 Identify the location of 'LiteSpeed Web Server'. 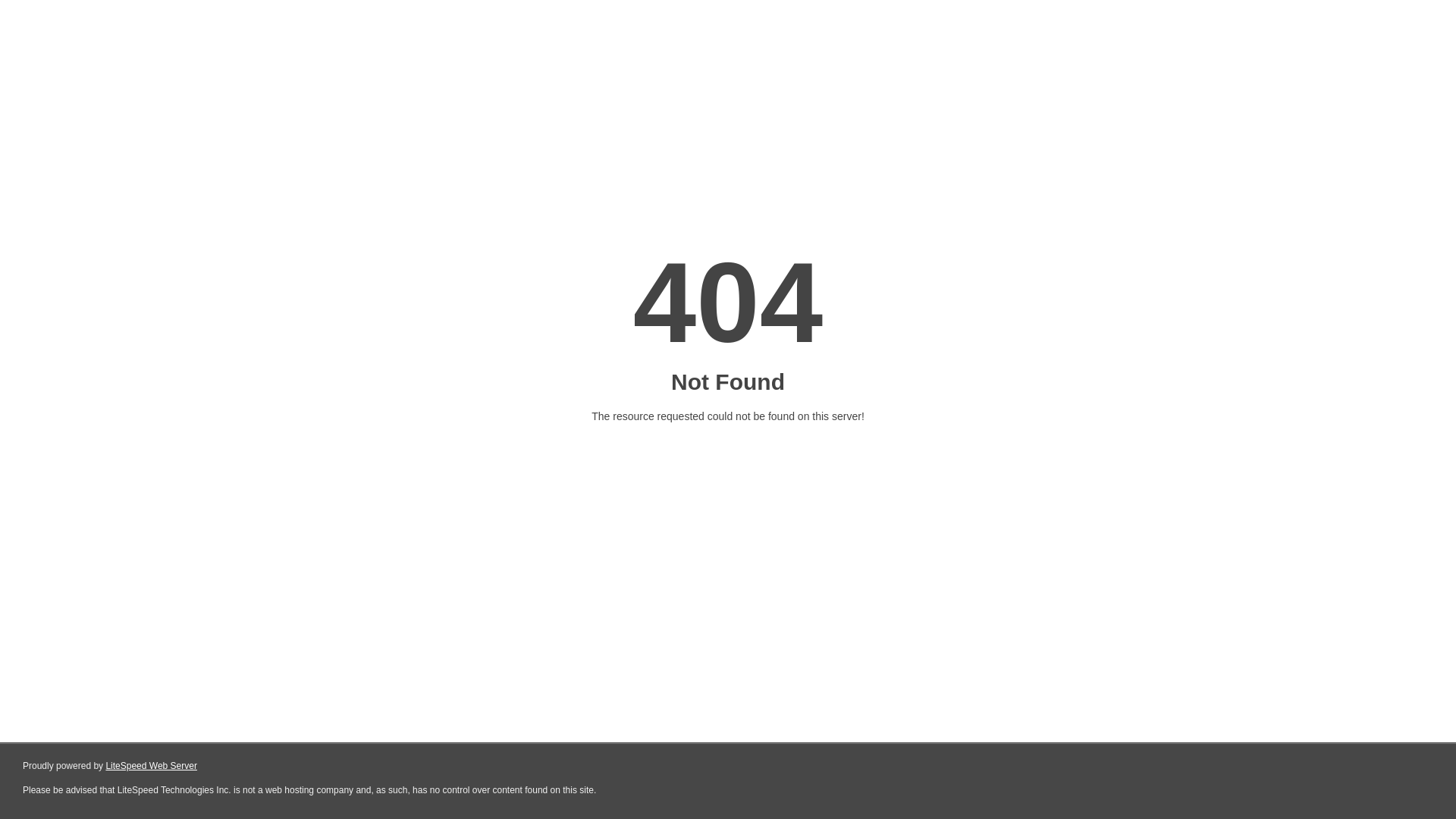
(151, 766).